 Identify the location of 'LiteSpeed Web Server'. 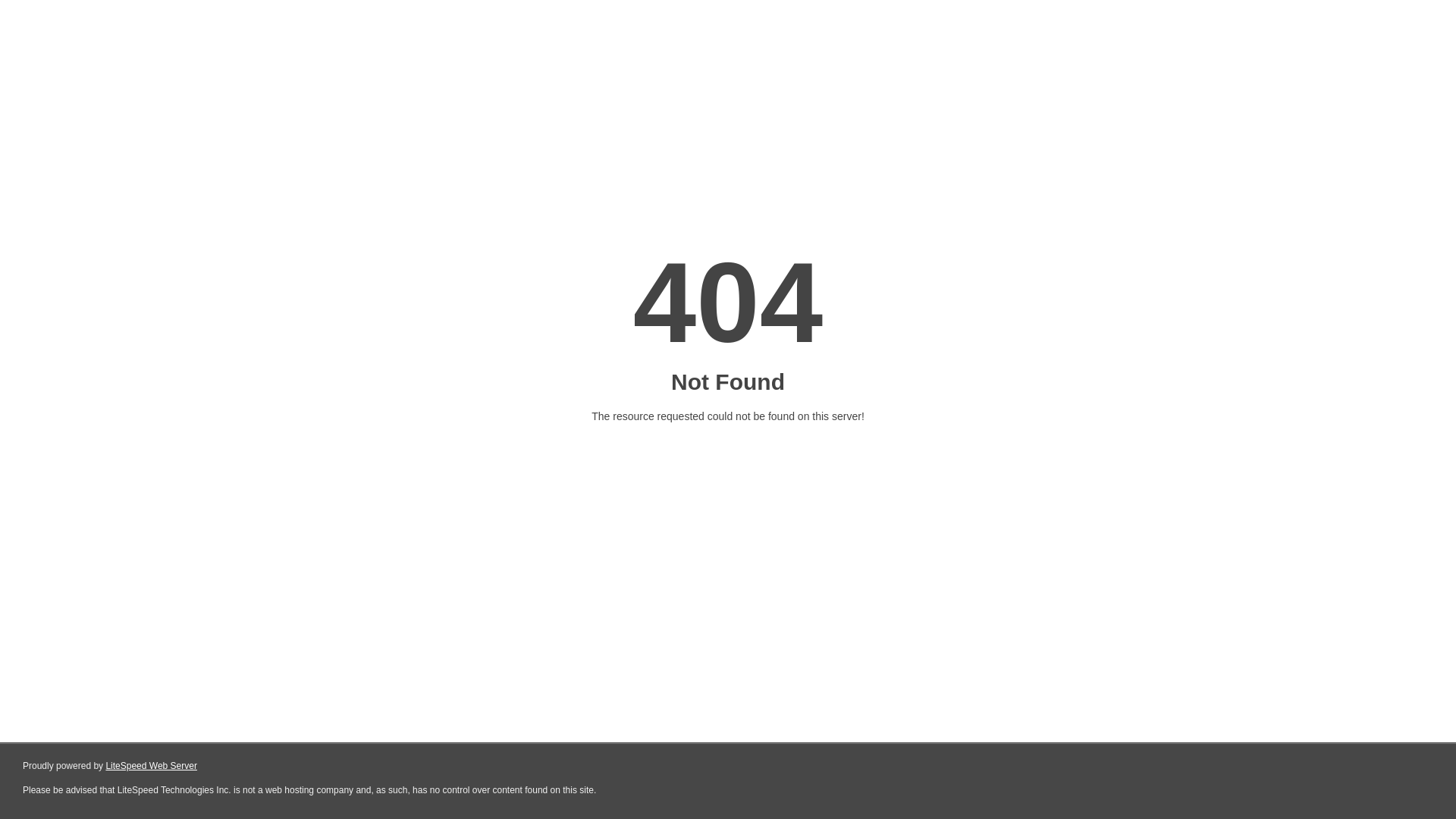
(151, 766).